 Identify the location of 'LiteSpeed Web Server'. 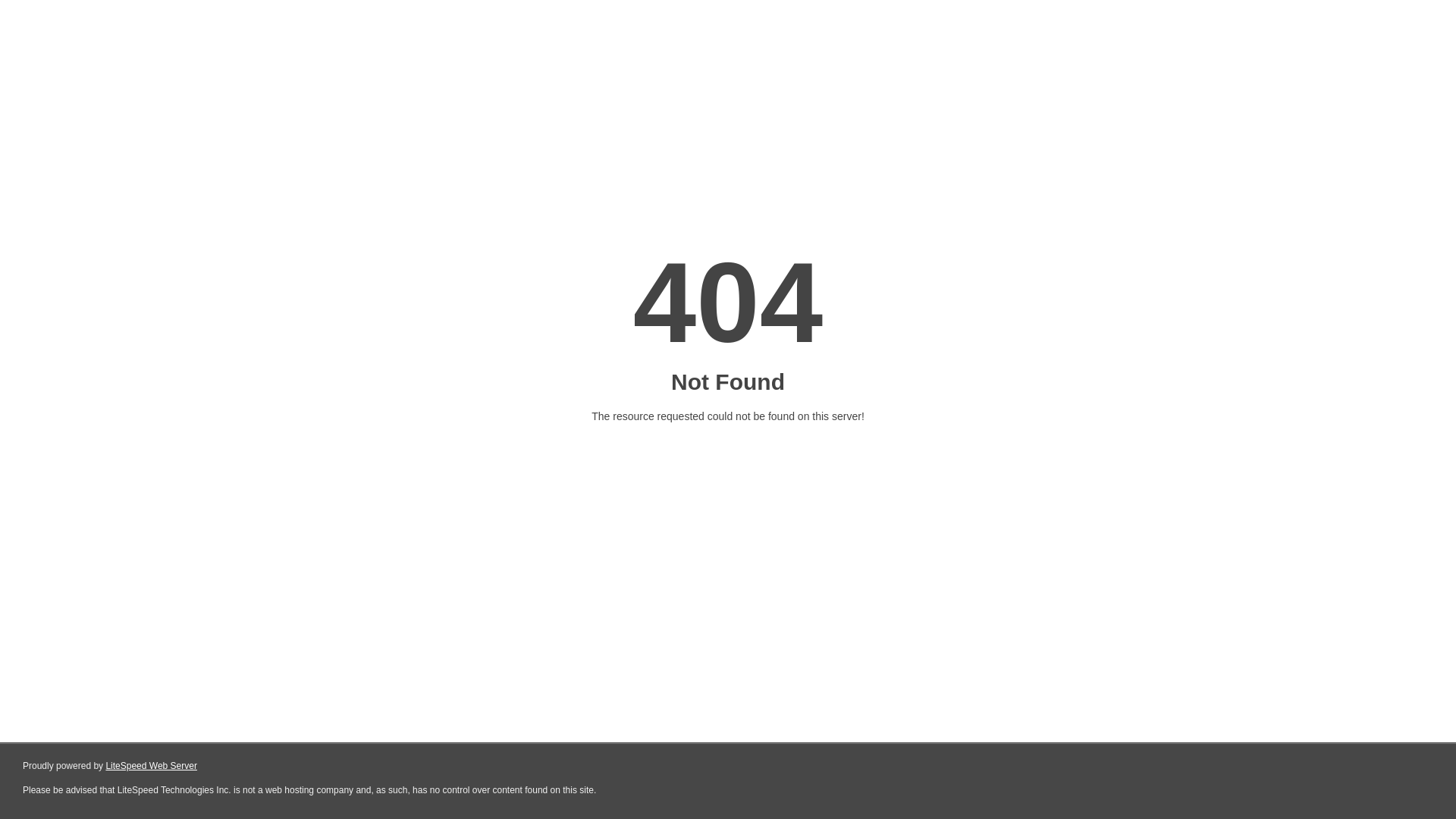
(151, 766).